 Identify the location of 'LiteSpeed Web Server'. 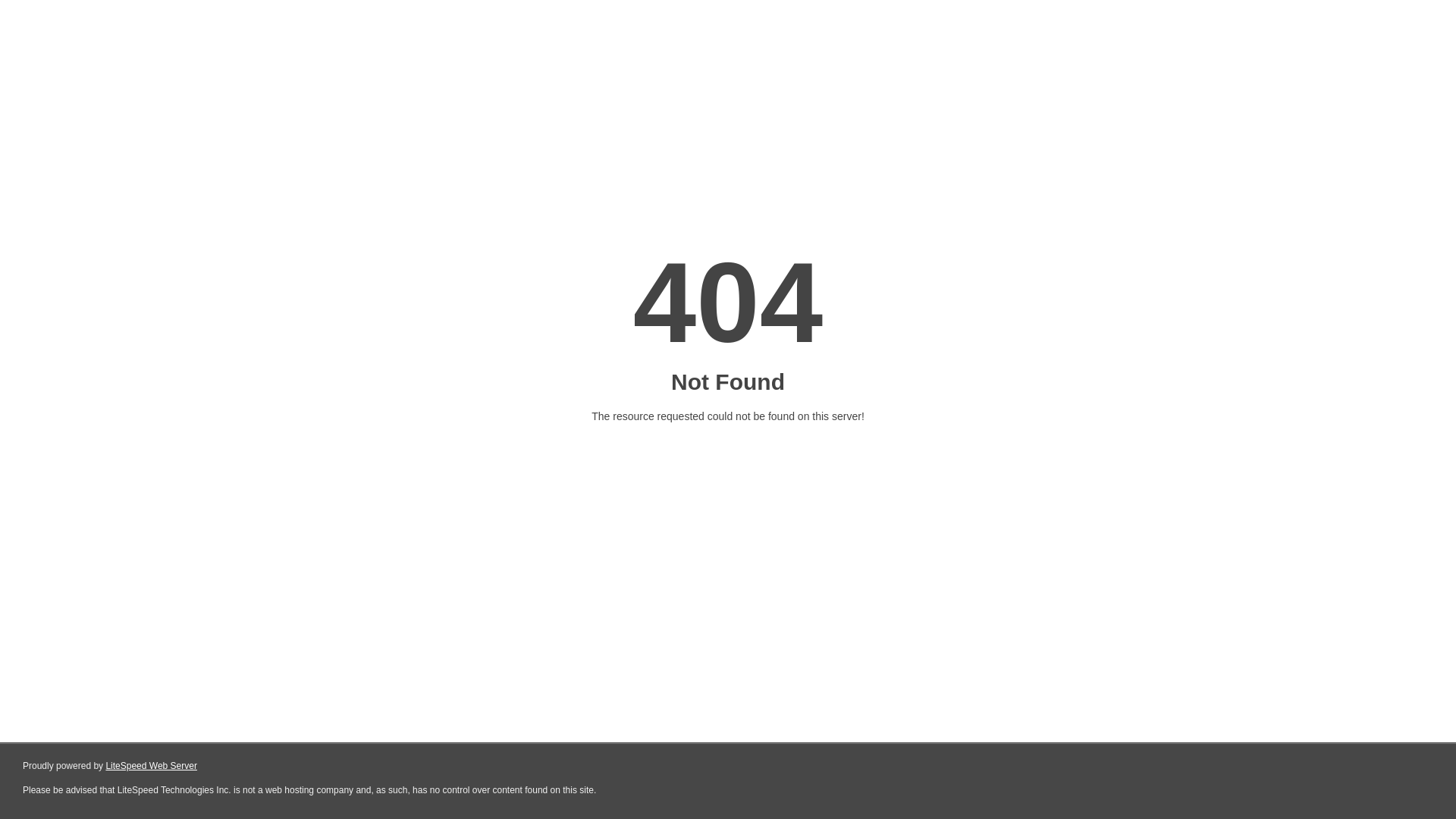
(151, 766).